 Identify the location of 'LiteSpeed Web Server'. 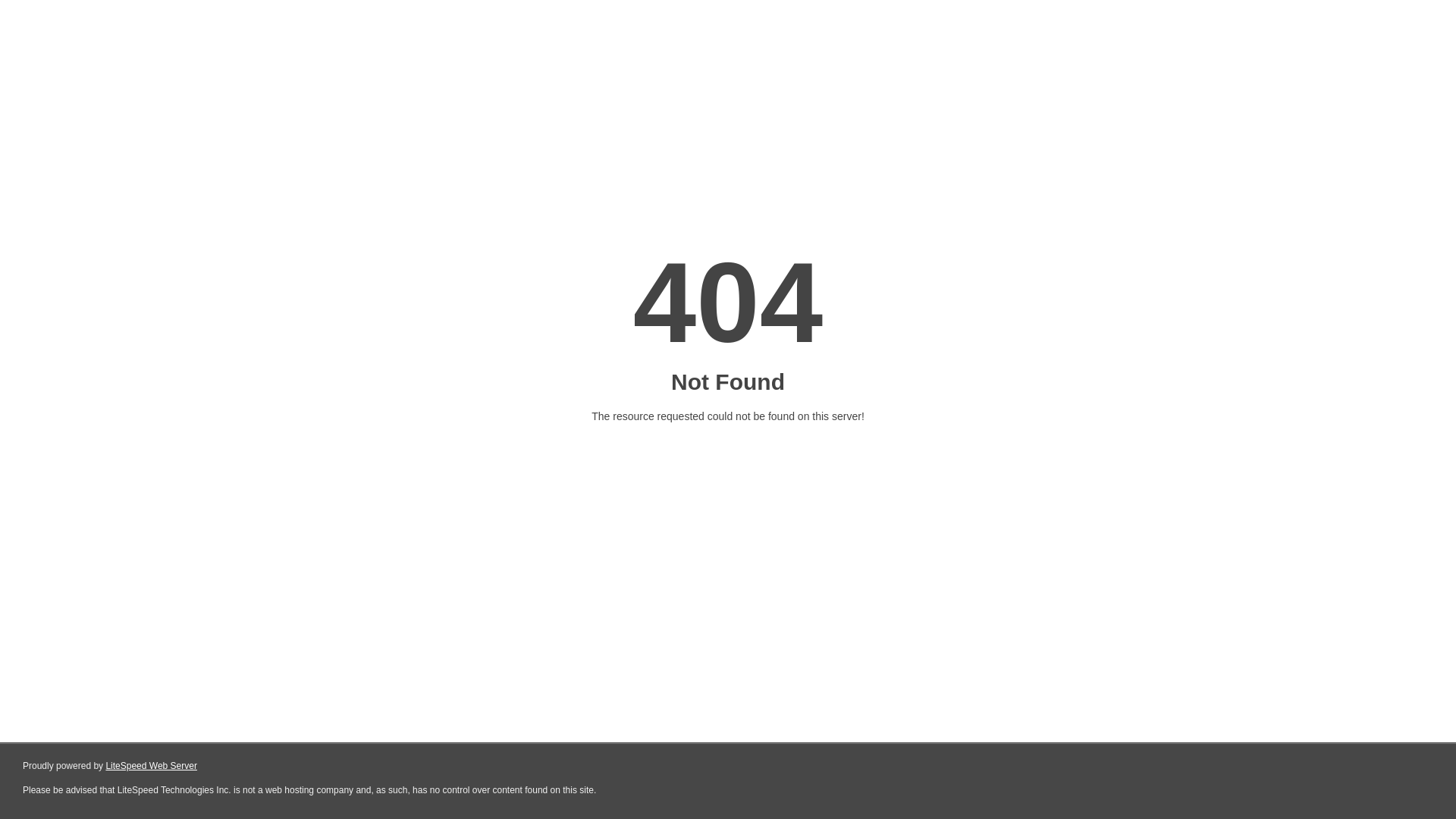
(151, 766).